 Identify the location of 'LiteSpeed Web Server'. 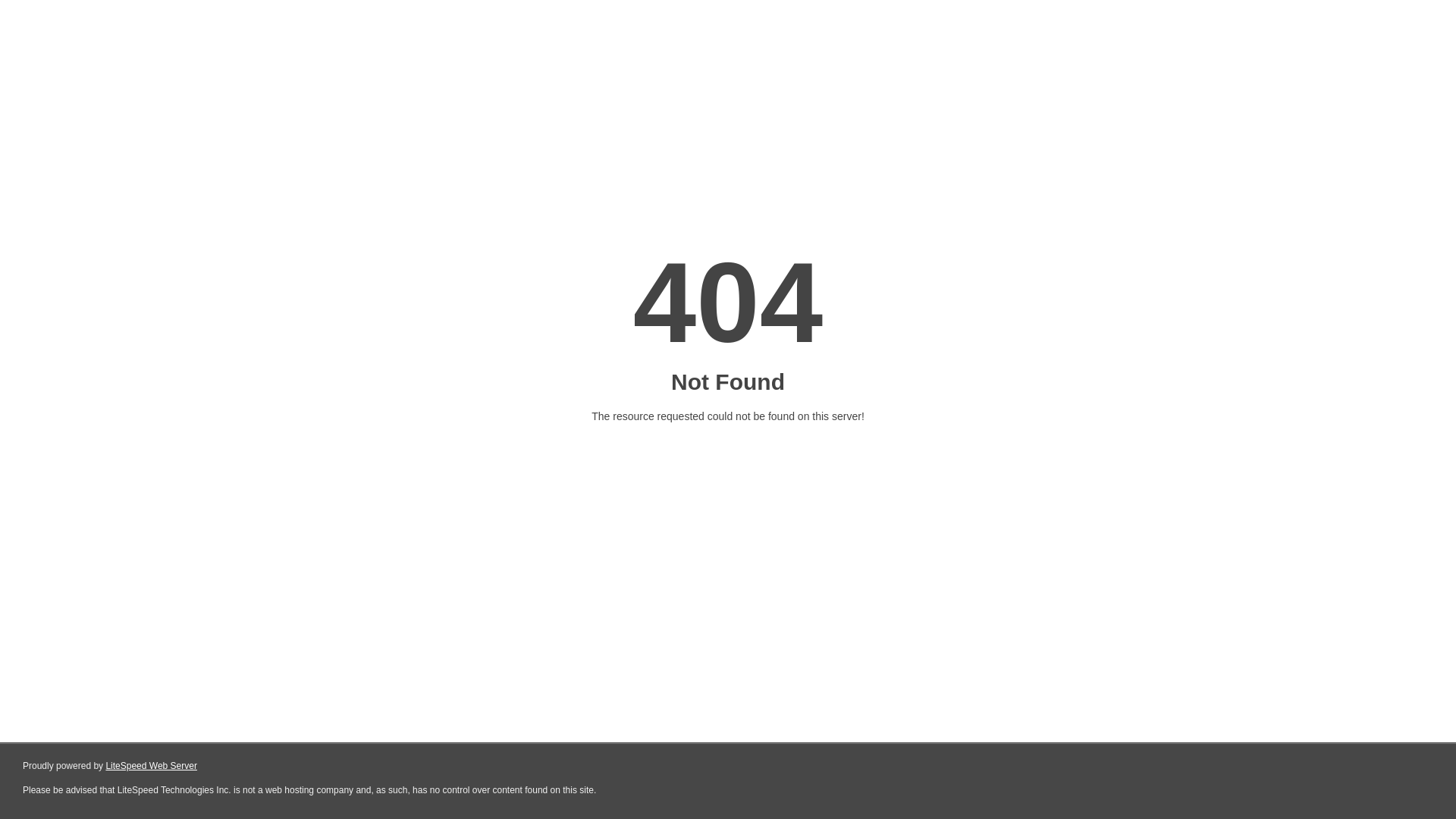
(151, 766).